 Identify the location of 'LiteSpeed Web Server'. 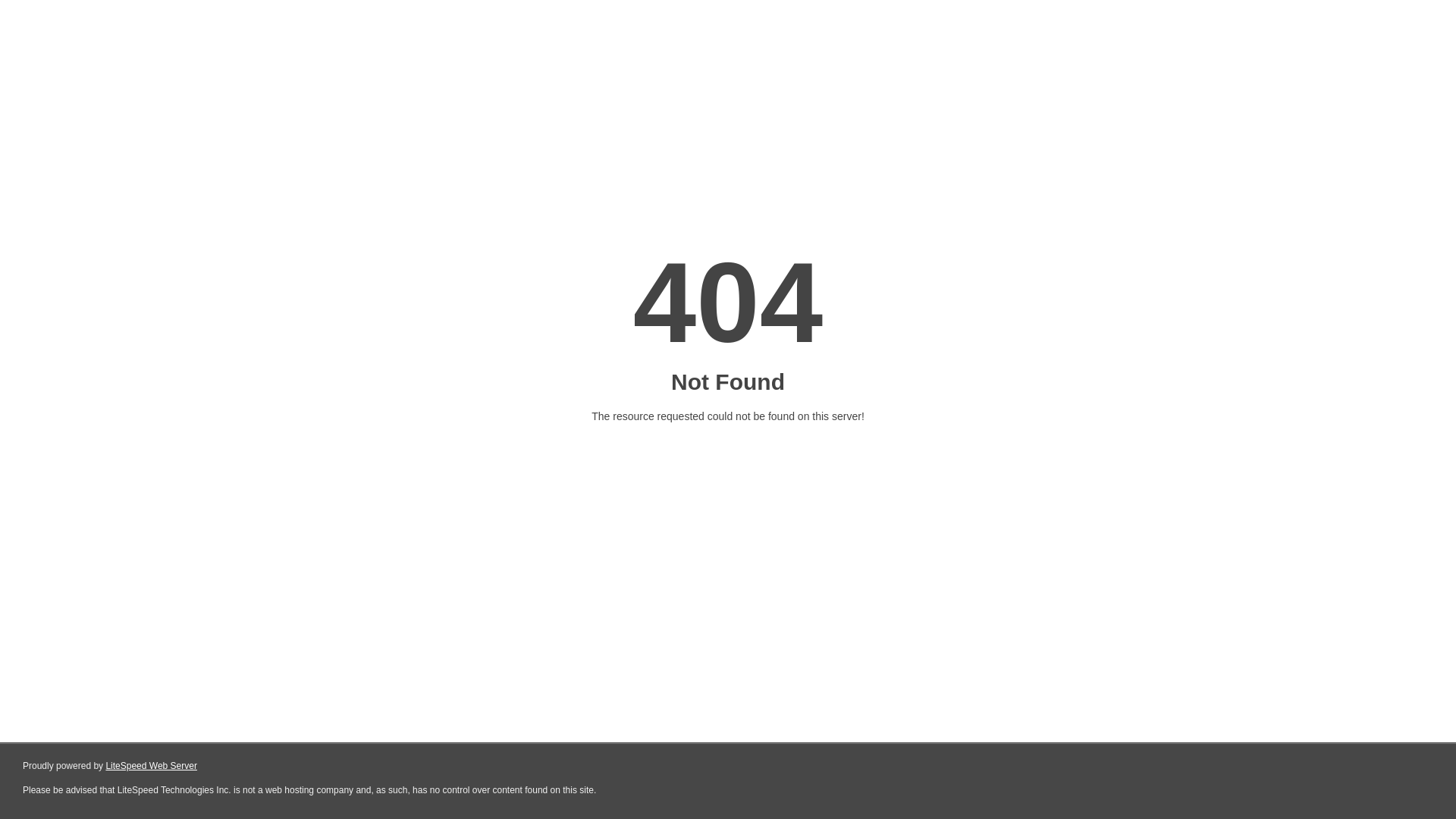
(151, 766).